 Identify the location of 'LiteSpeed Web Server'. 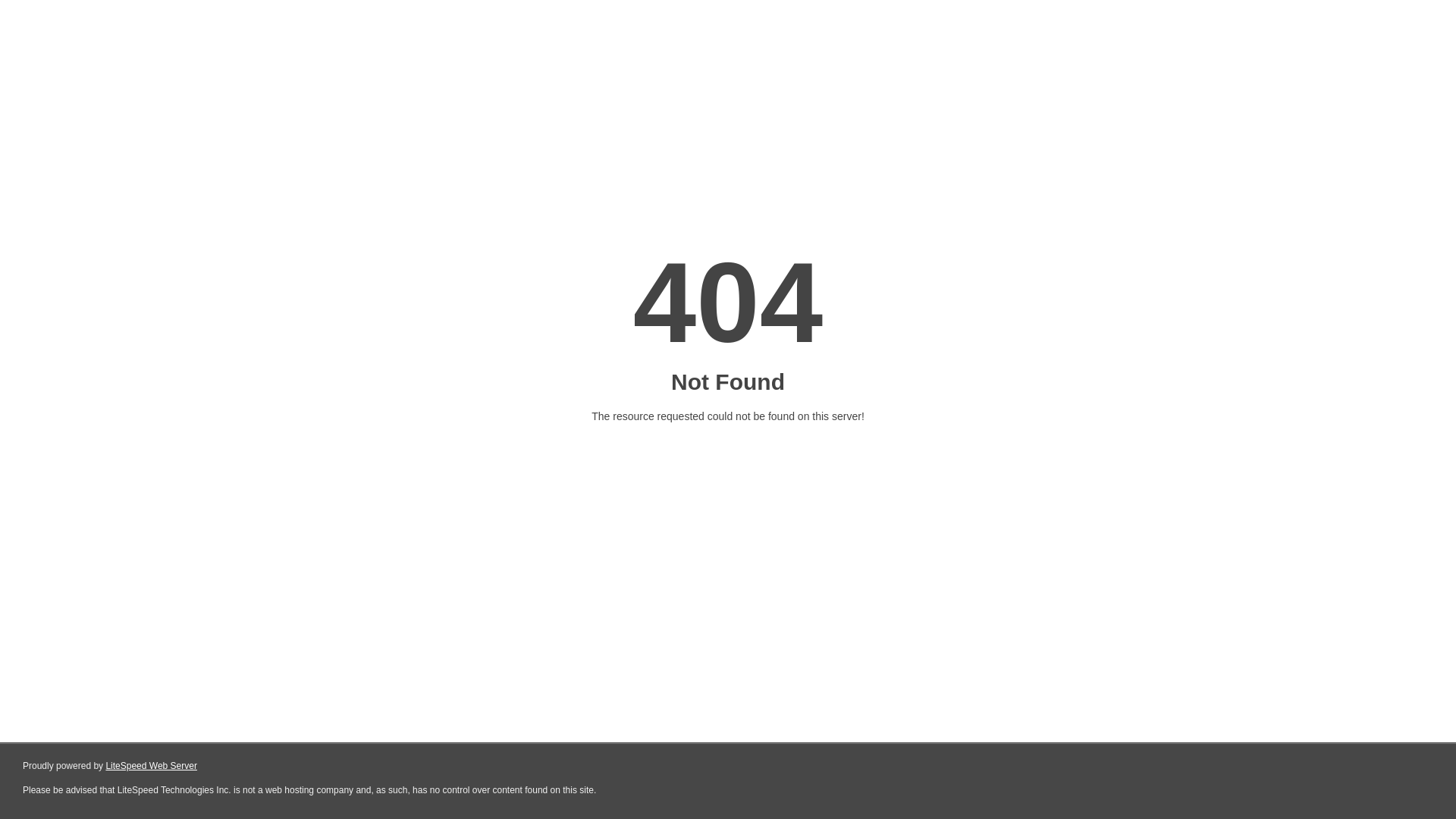
(151, 766).